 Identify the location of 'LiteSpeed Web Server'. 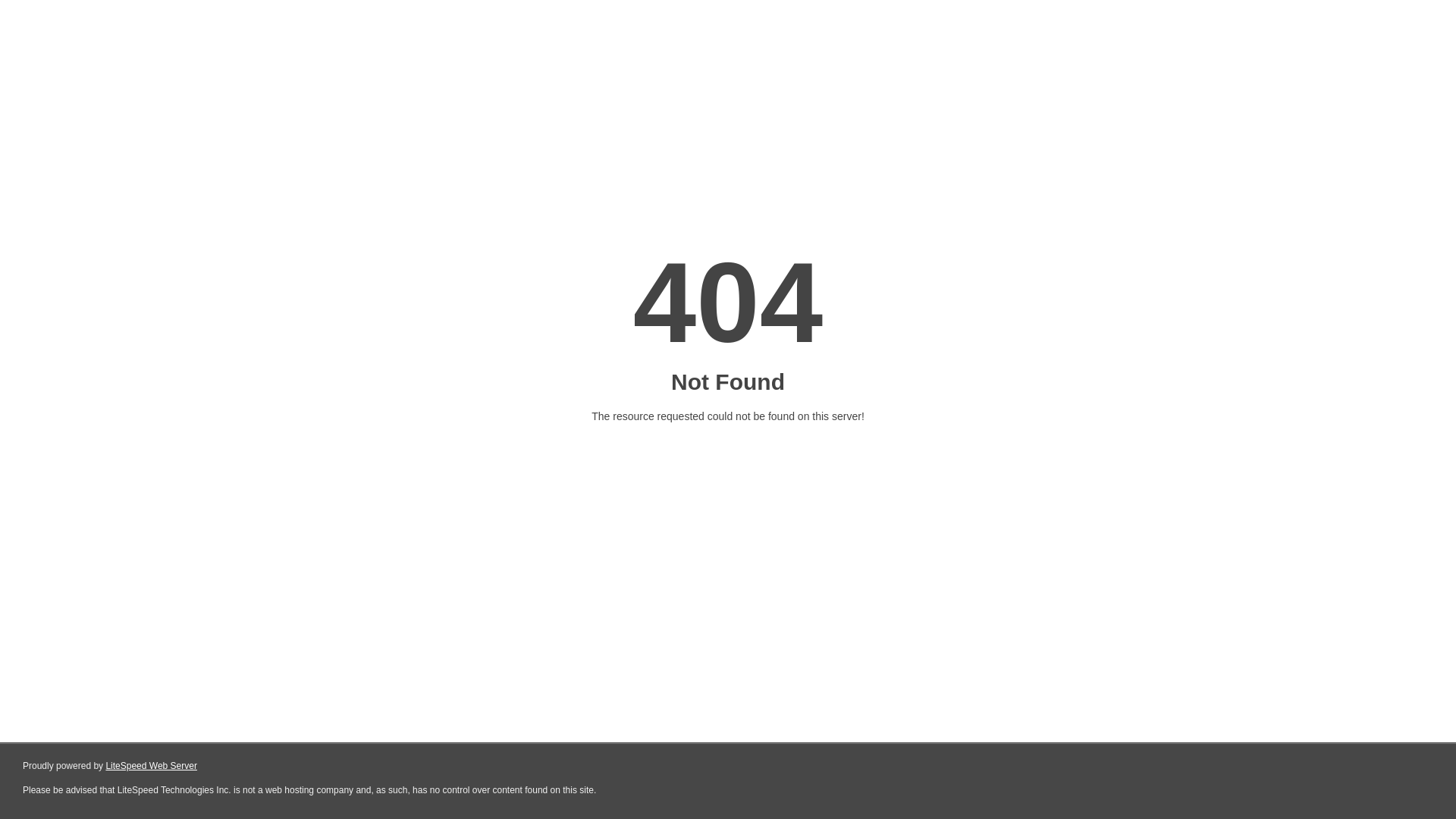
(151, 766).